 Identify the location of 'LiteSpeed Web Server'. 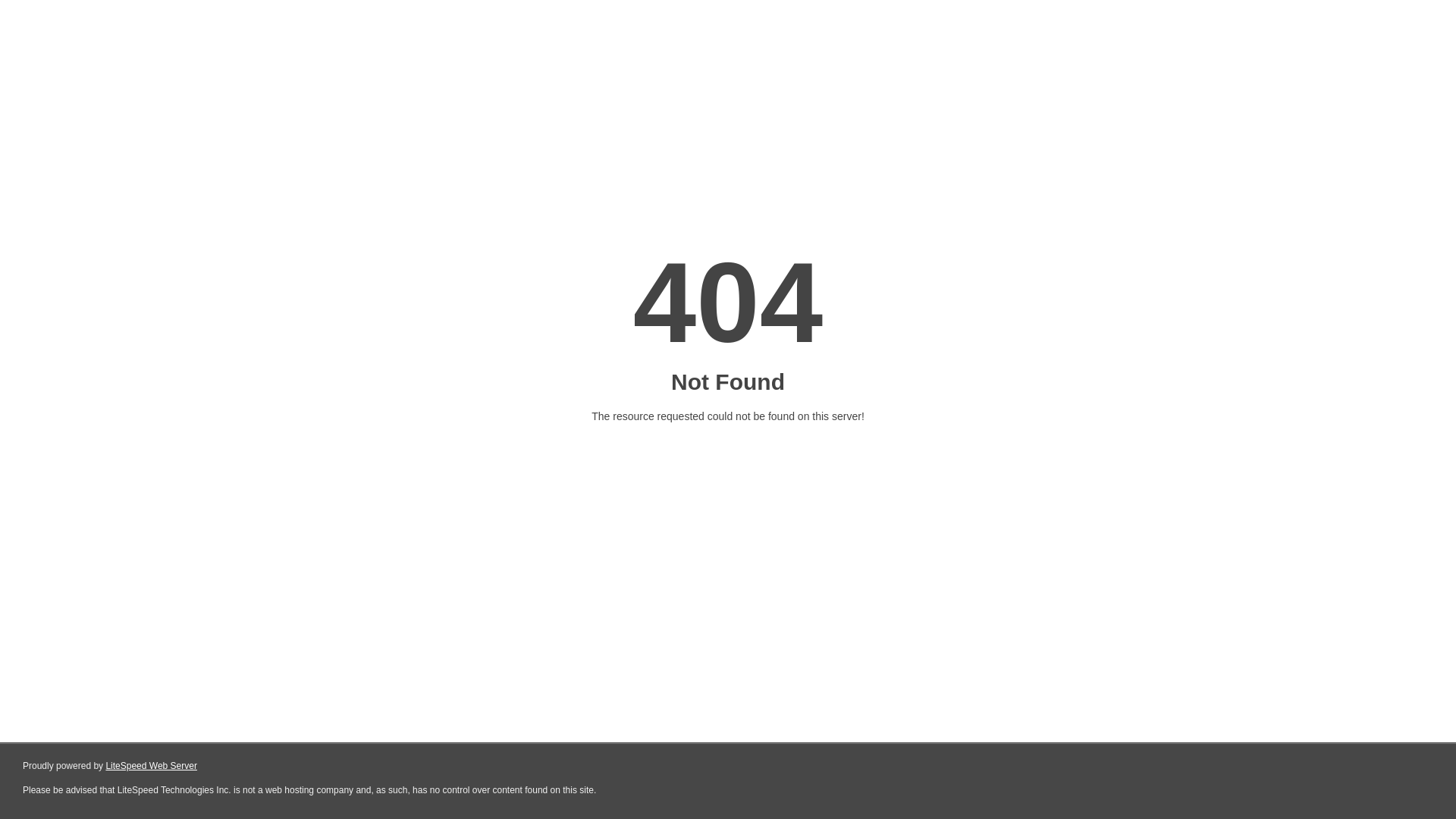
(151, 766).